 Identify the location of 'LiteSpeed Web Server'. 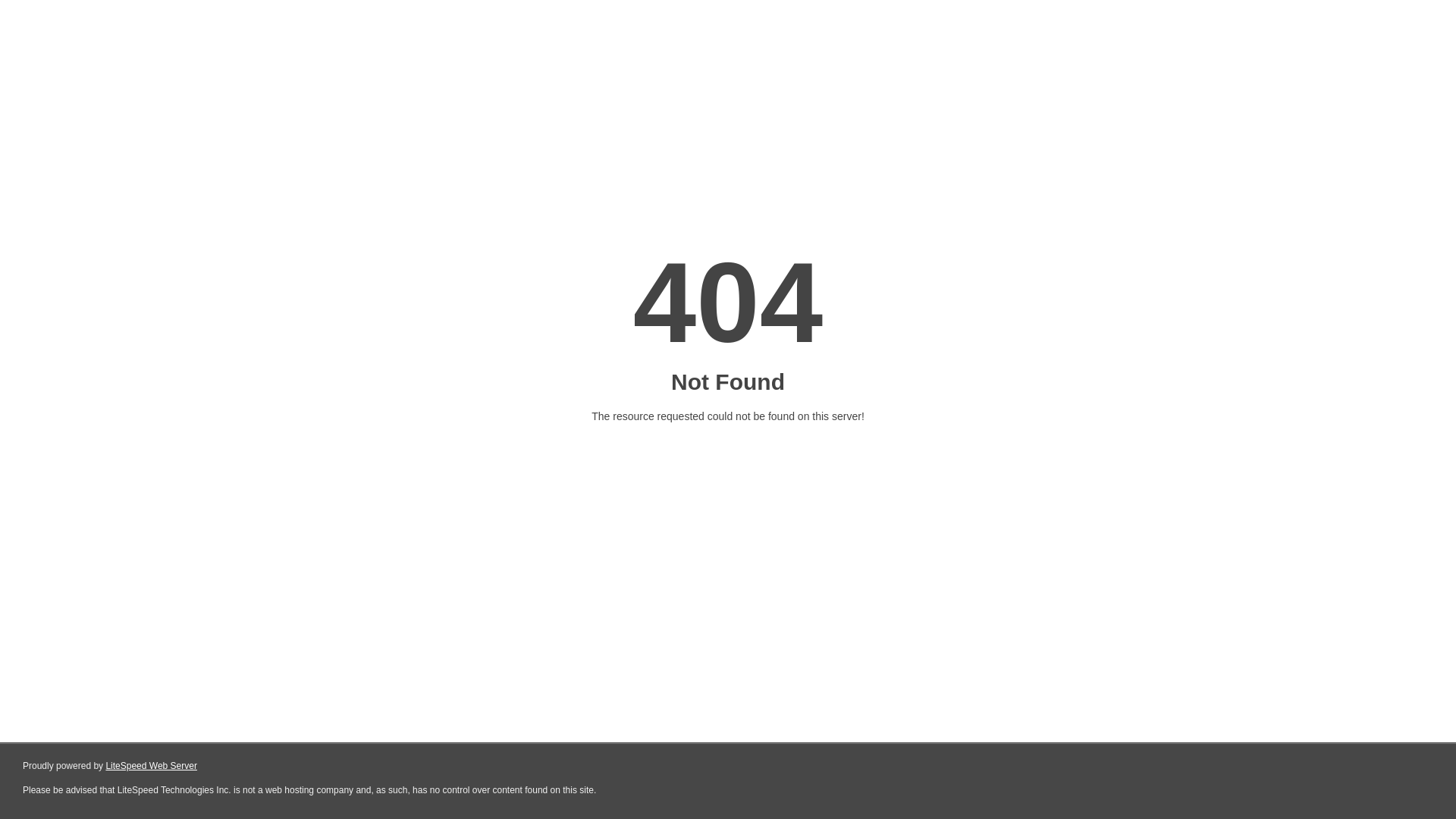
(151, 766).